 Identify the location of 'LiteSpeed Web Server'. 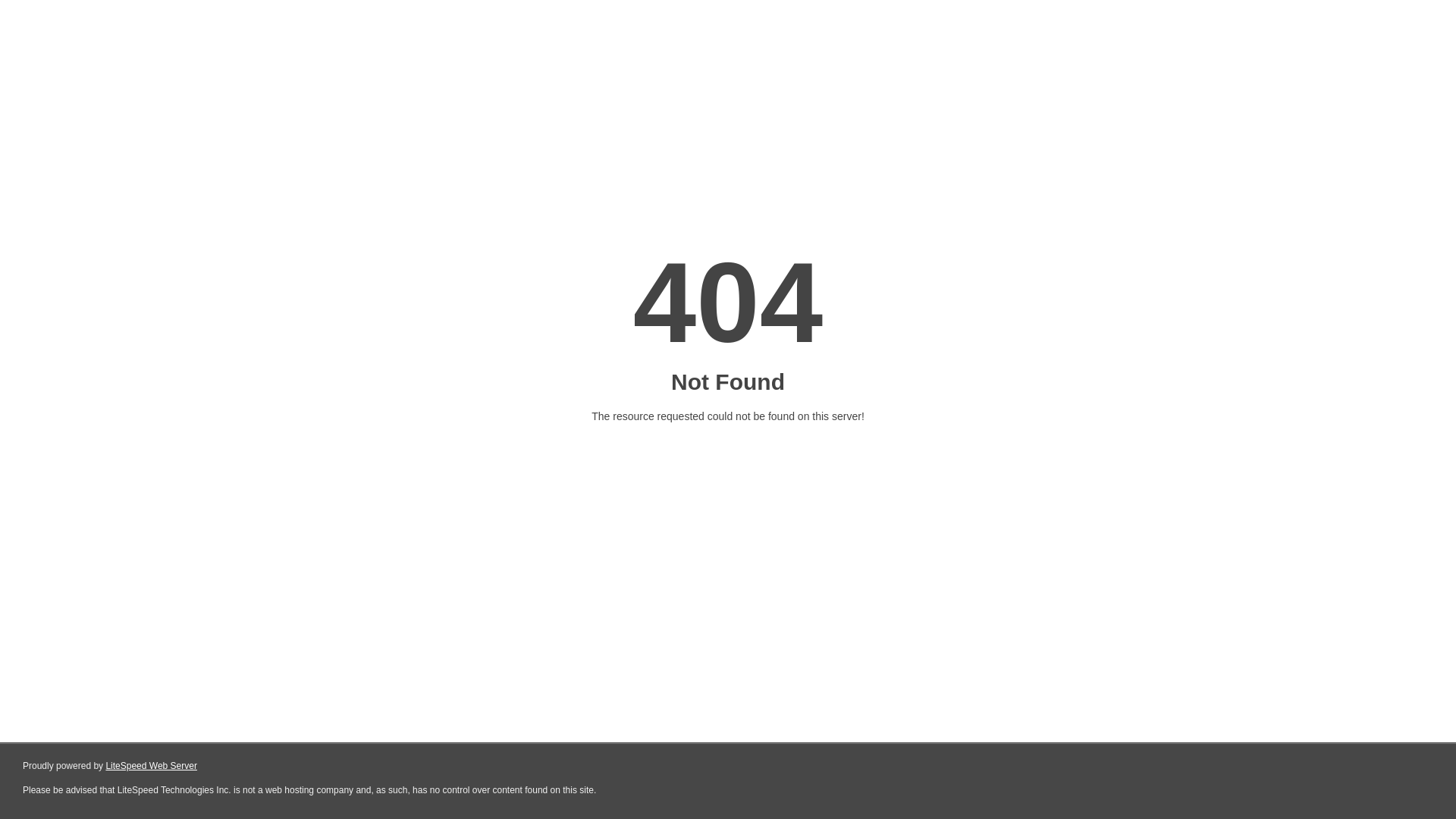
(151, 766).